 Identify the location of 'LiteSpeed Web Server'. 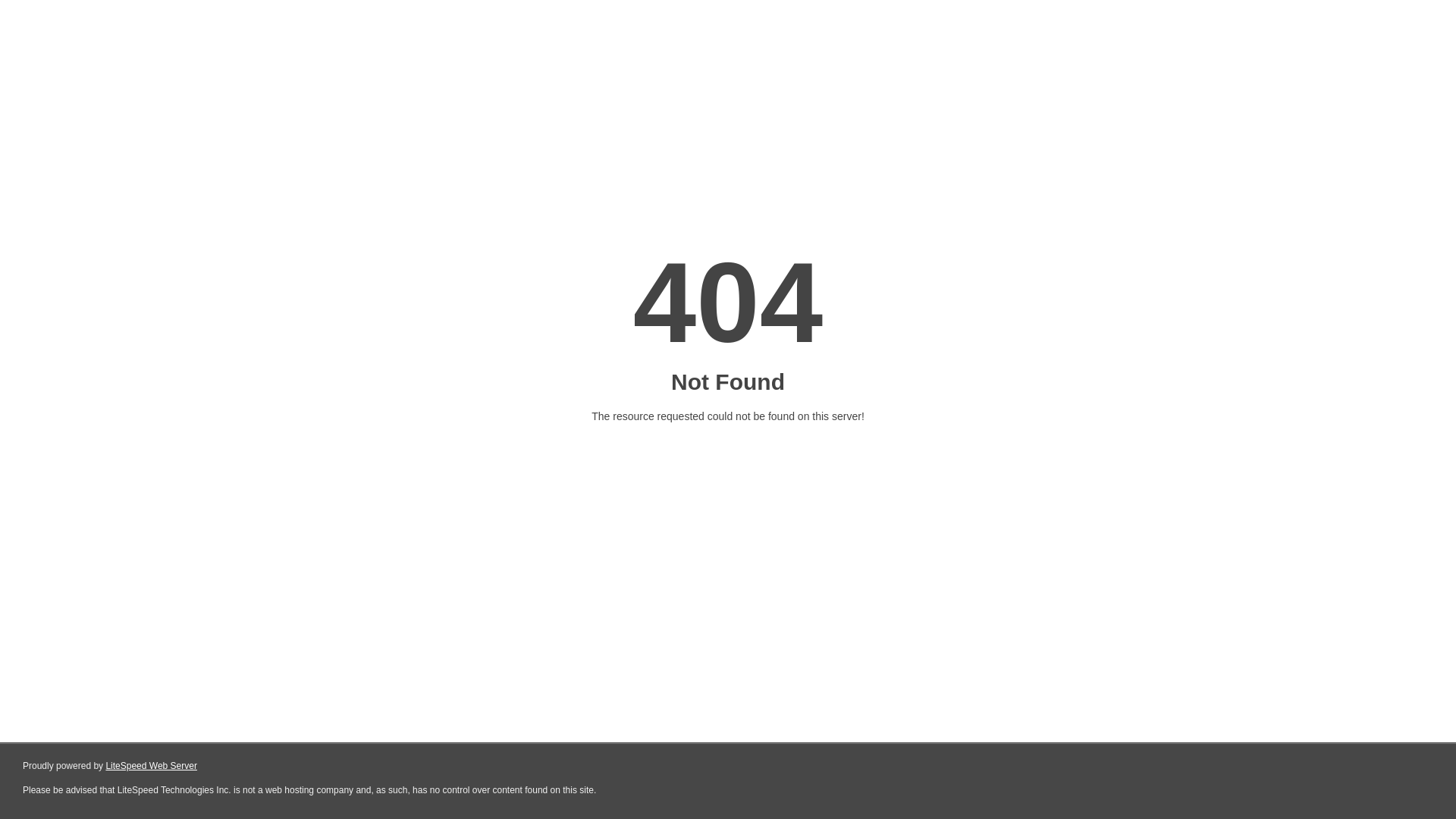
(151, 766).